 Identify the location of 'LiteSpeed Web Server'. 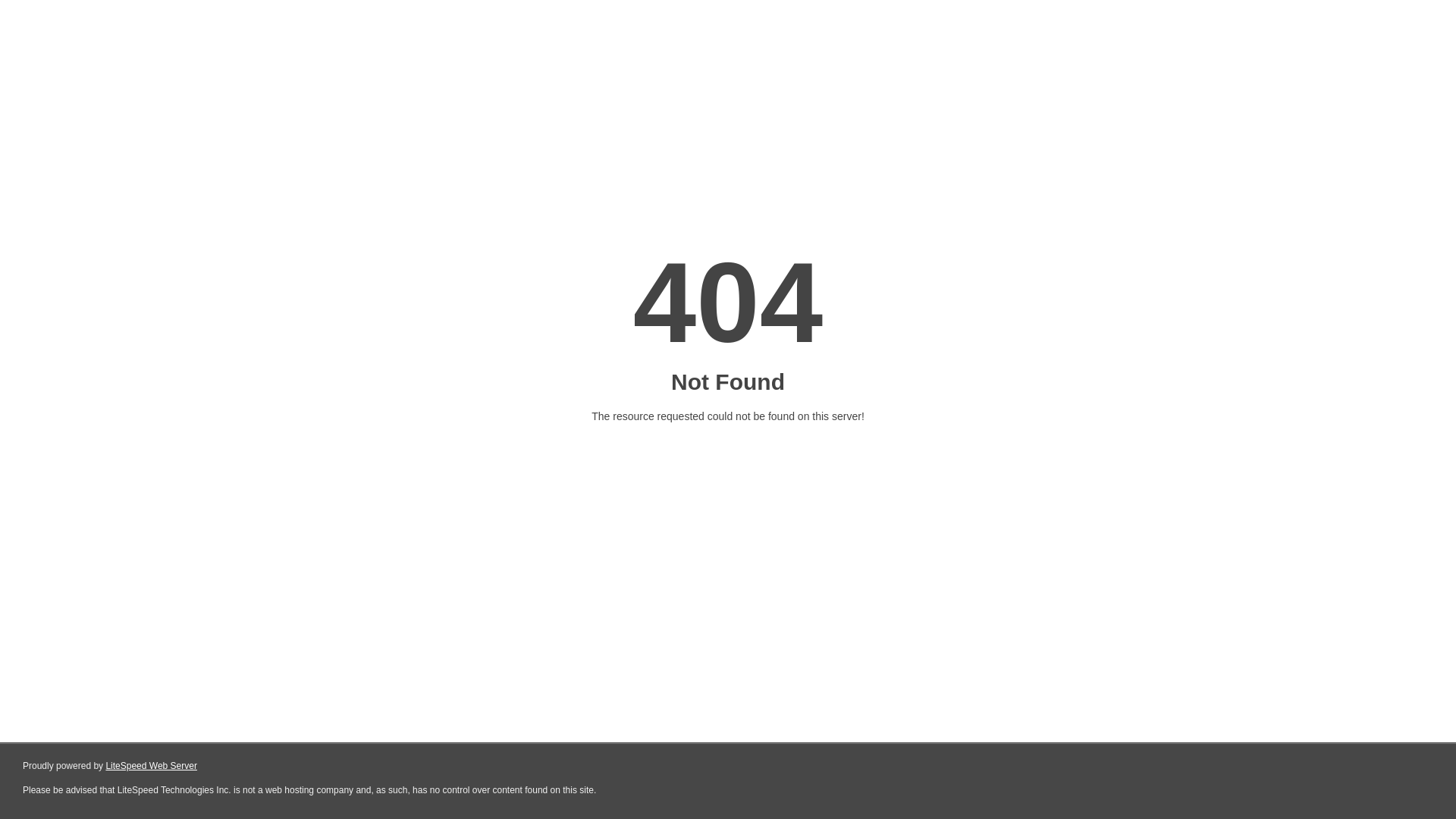
(151, 766).